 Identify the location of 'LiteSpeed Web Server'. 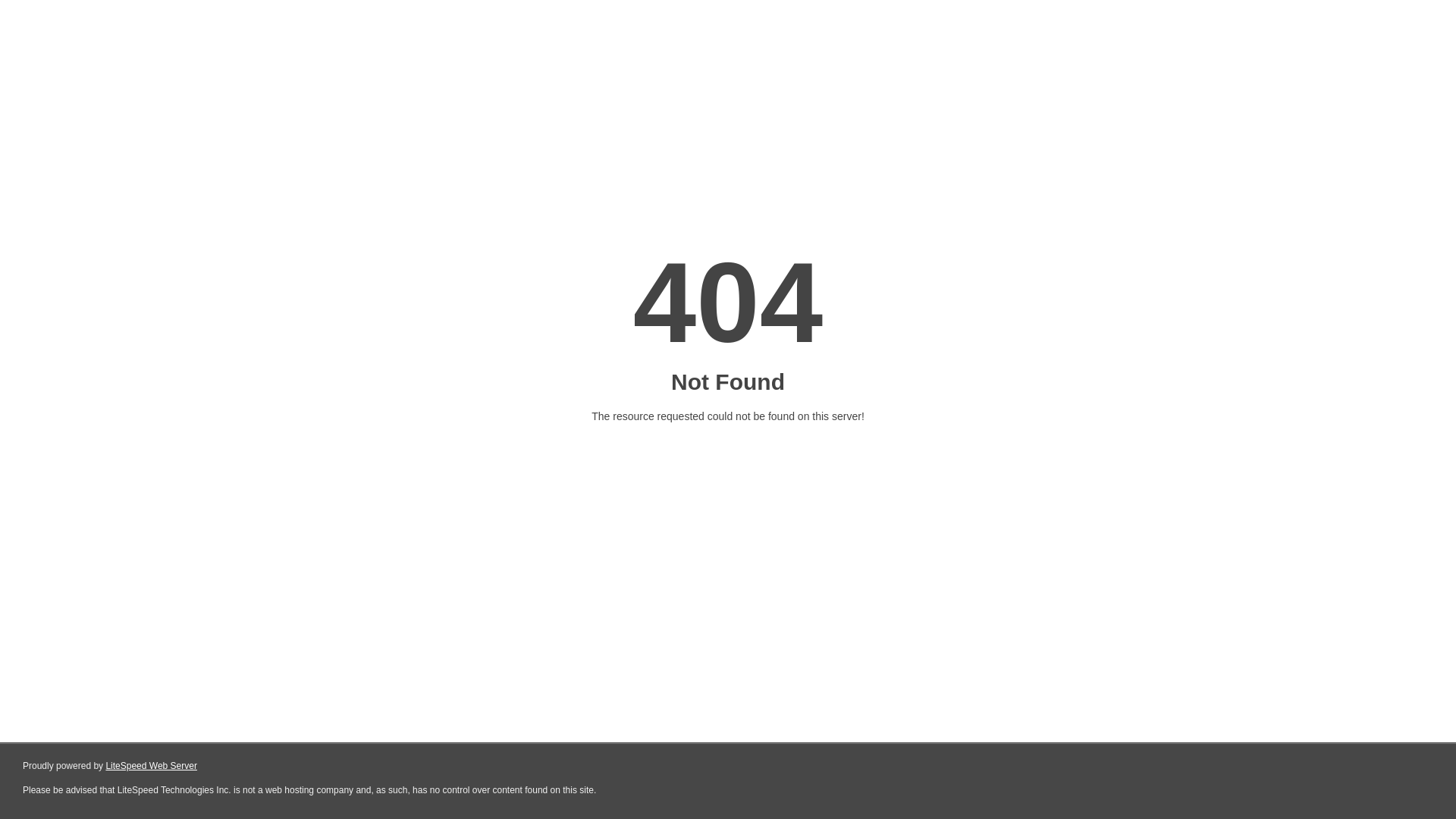
(151, 766).